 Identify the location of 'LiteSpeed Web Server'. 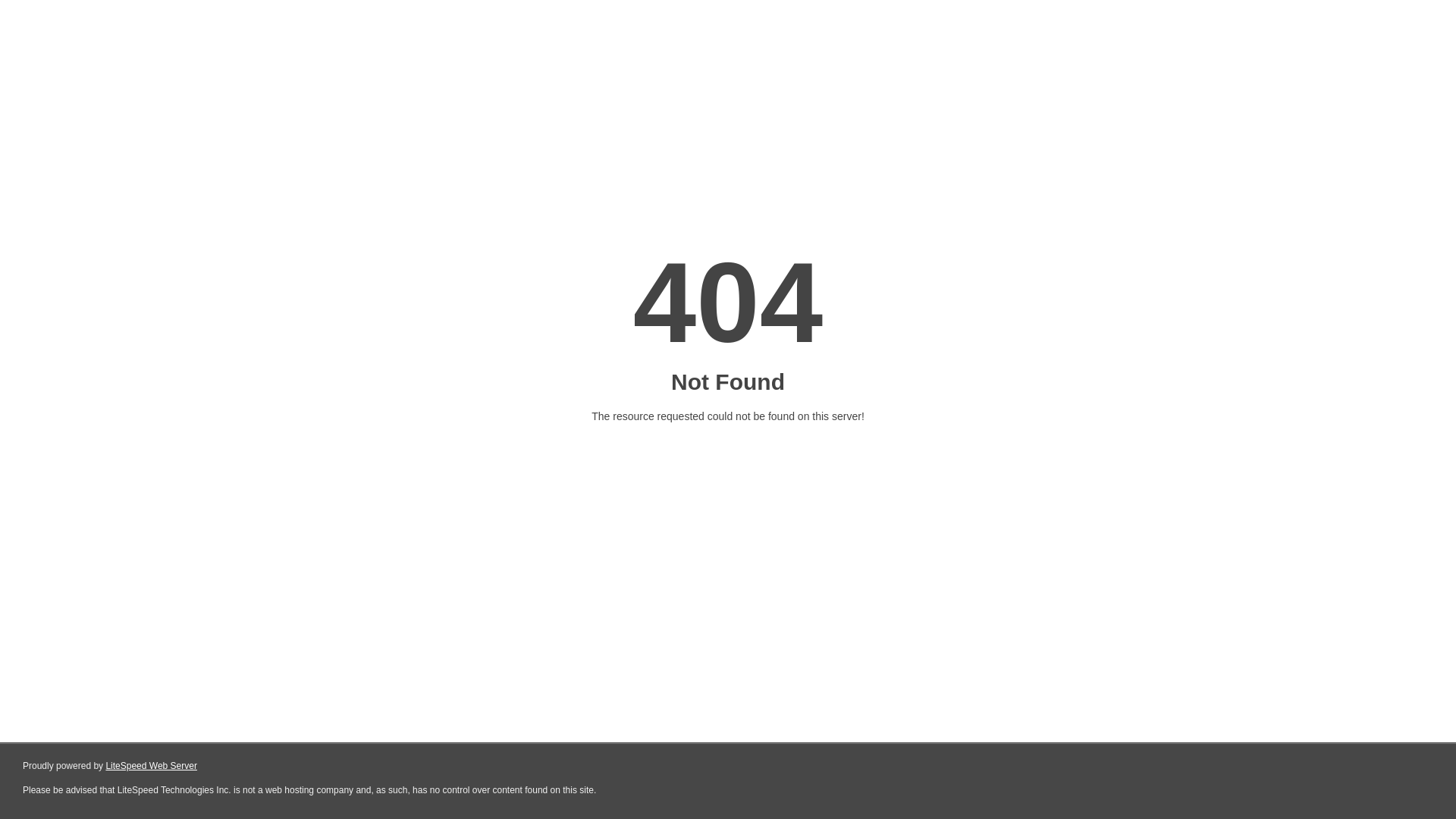
(151, 766).